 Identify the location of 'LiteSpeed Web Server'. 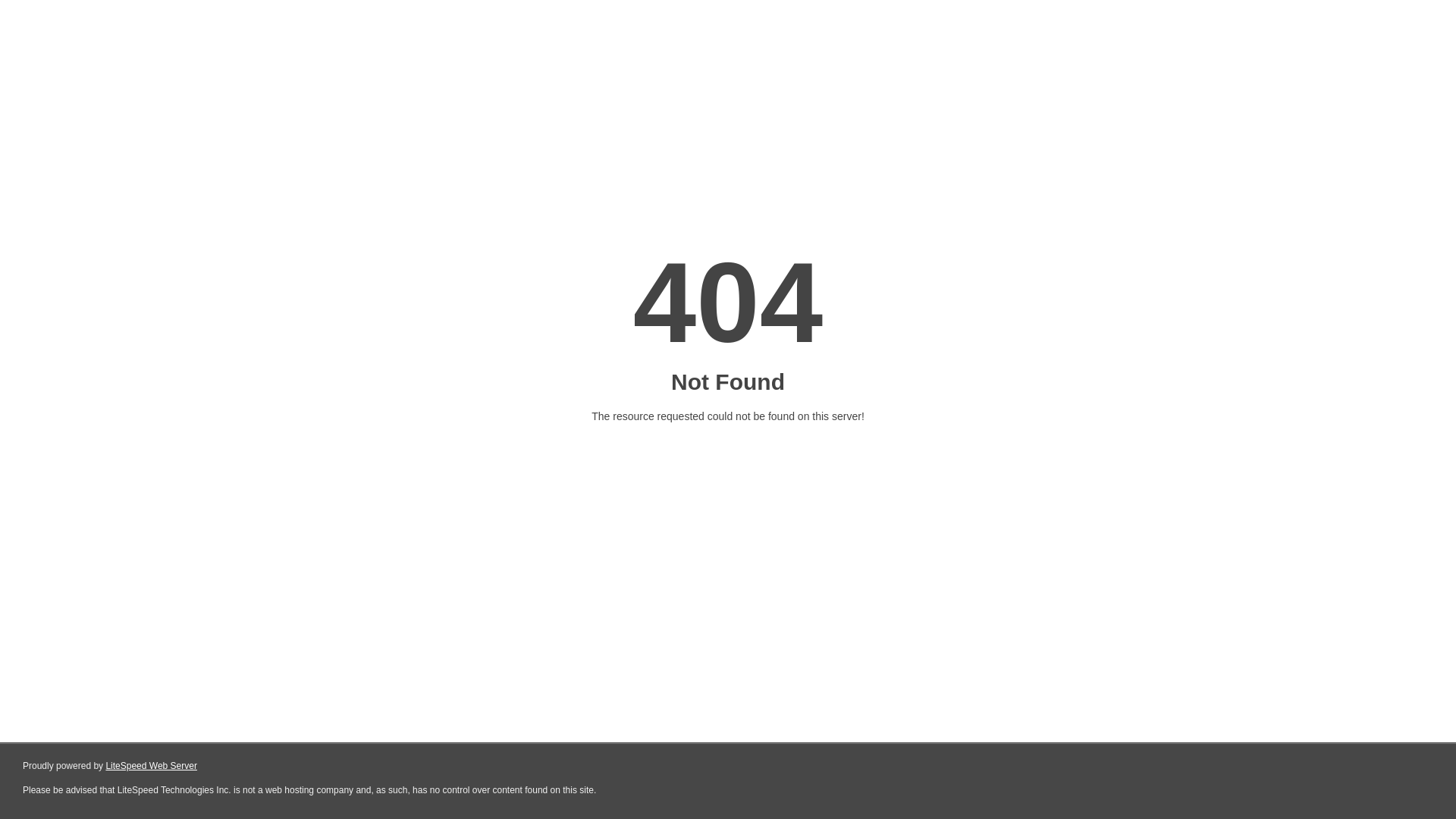
(151, 766).